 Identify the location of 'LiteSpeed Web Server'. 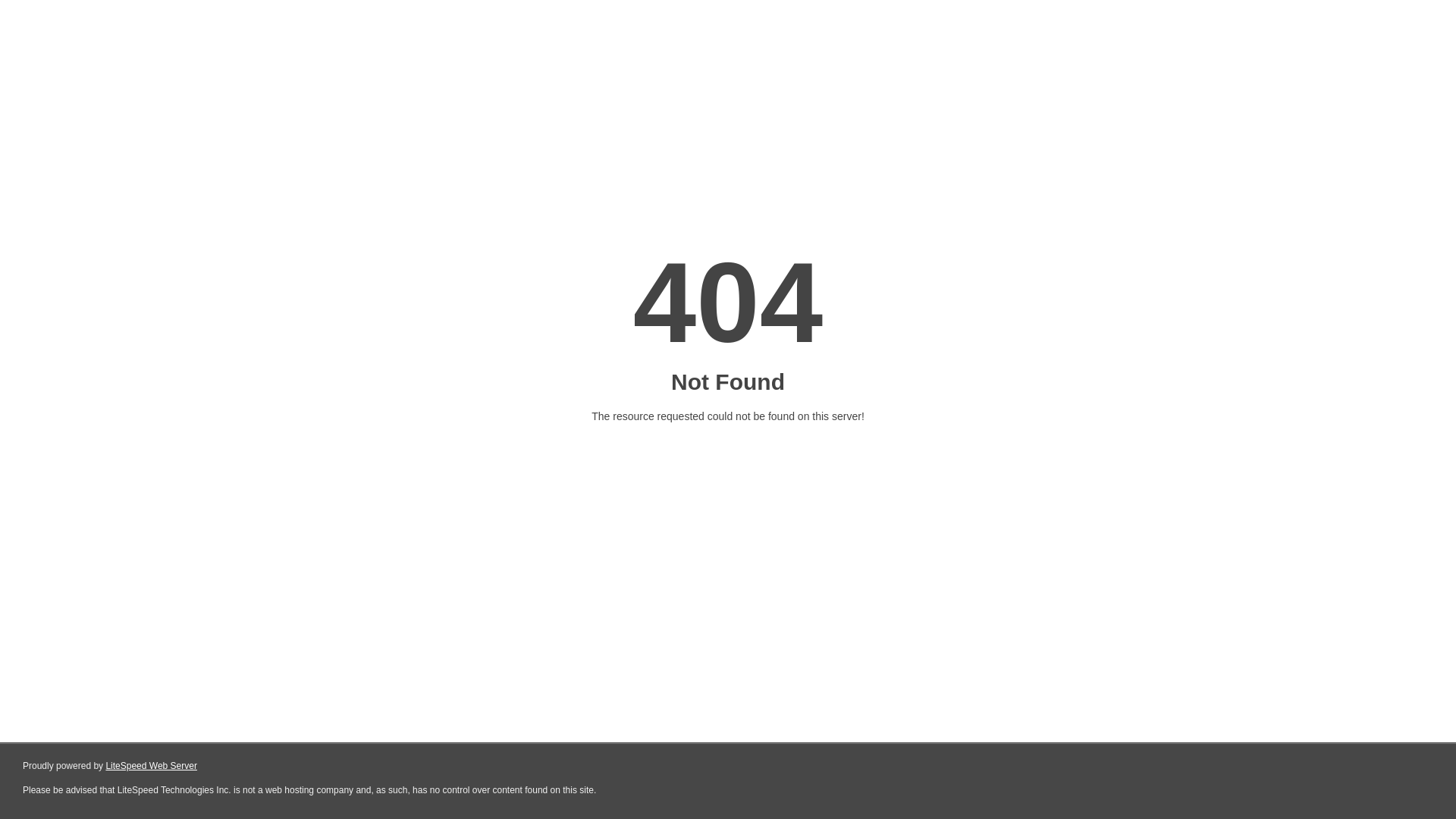
(151, 766).